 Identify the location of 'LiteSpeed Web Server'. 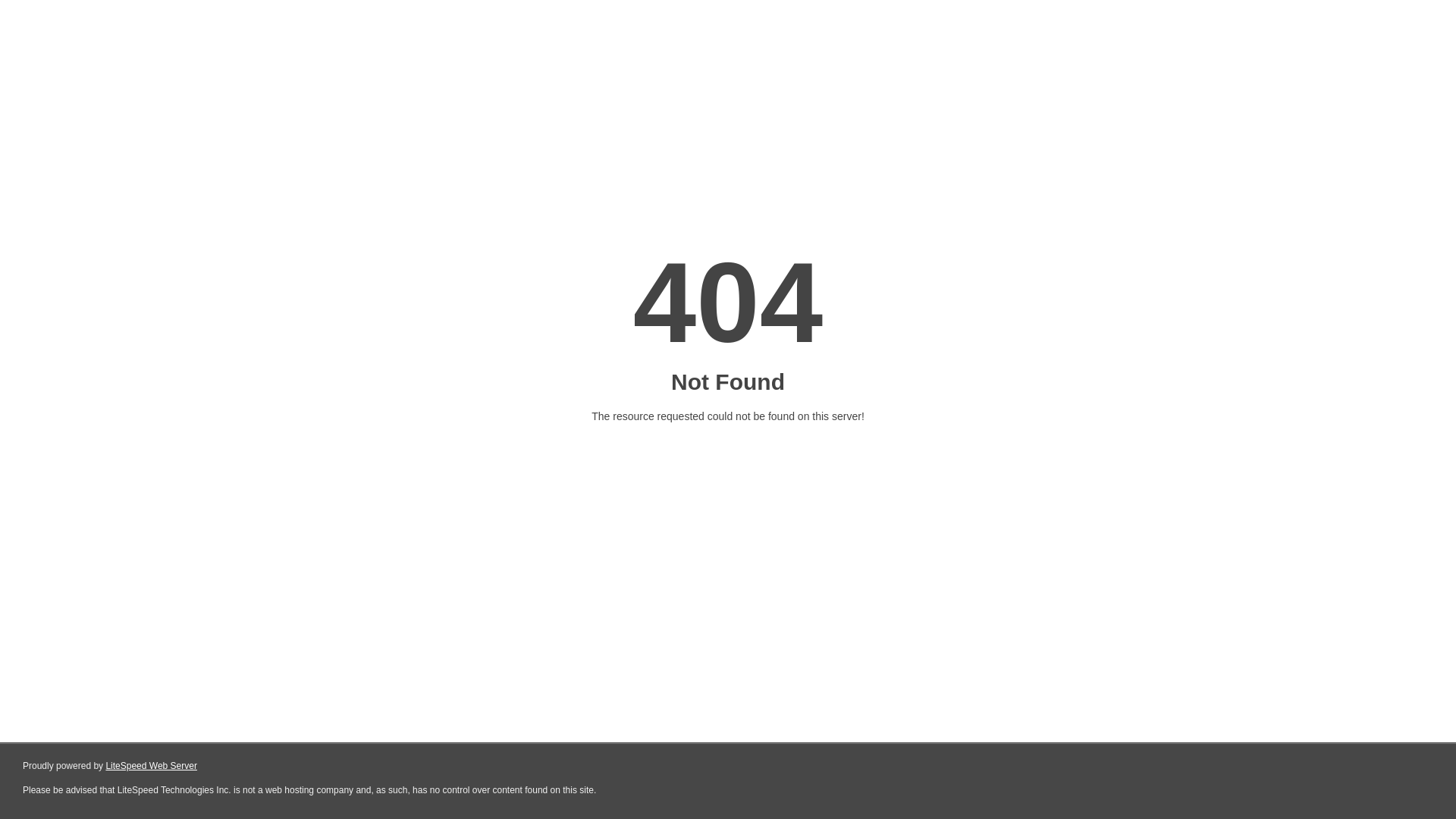
(151, 766).